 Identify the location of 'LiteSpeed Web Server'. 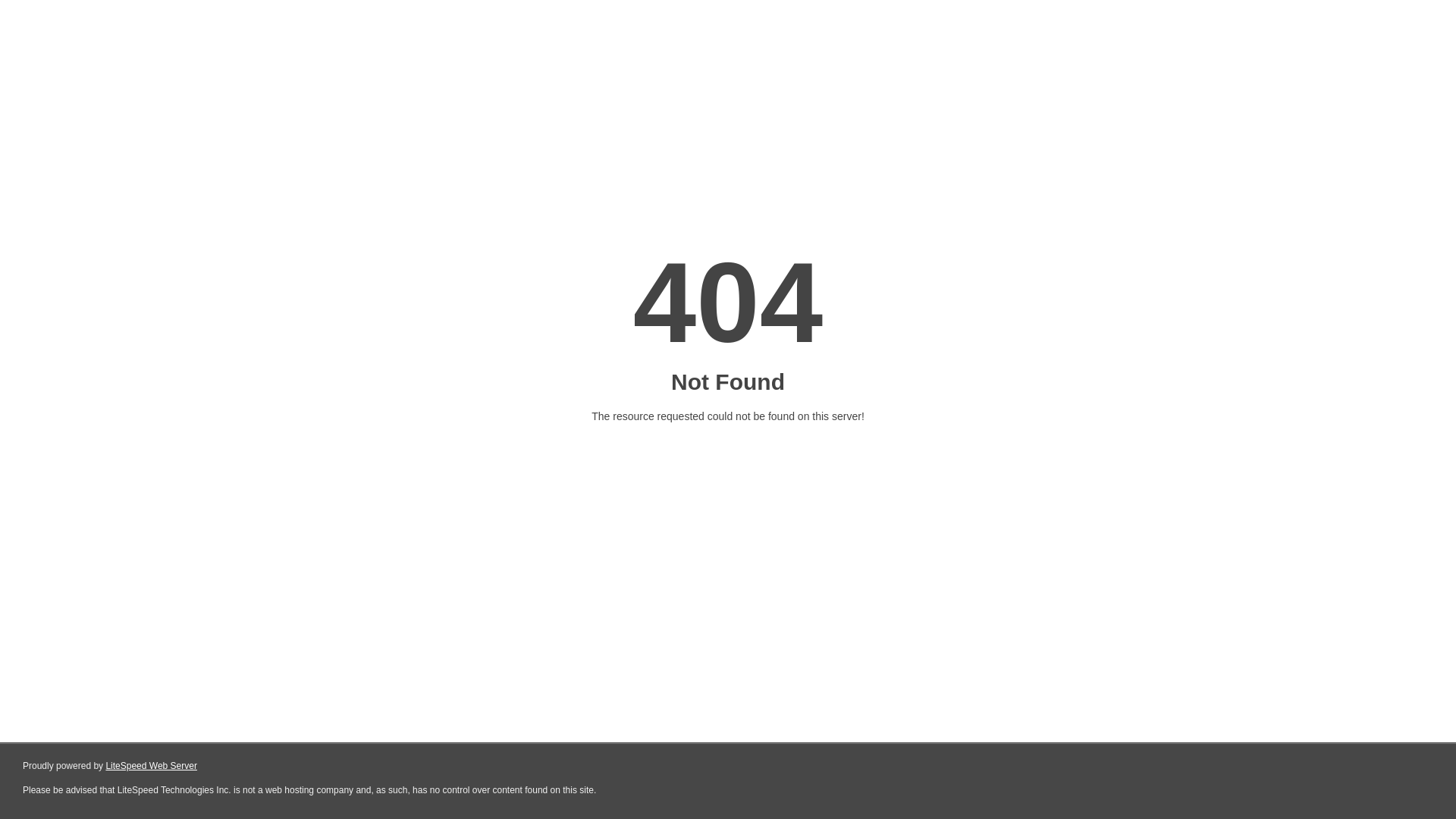
(151, 766).